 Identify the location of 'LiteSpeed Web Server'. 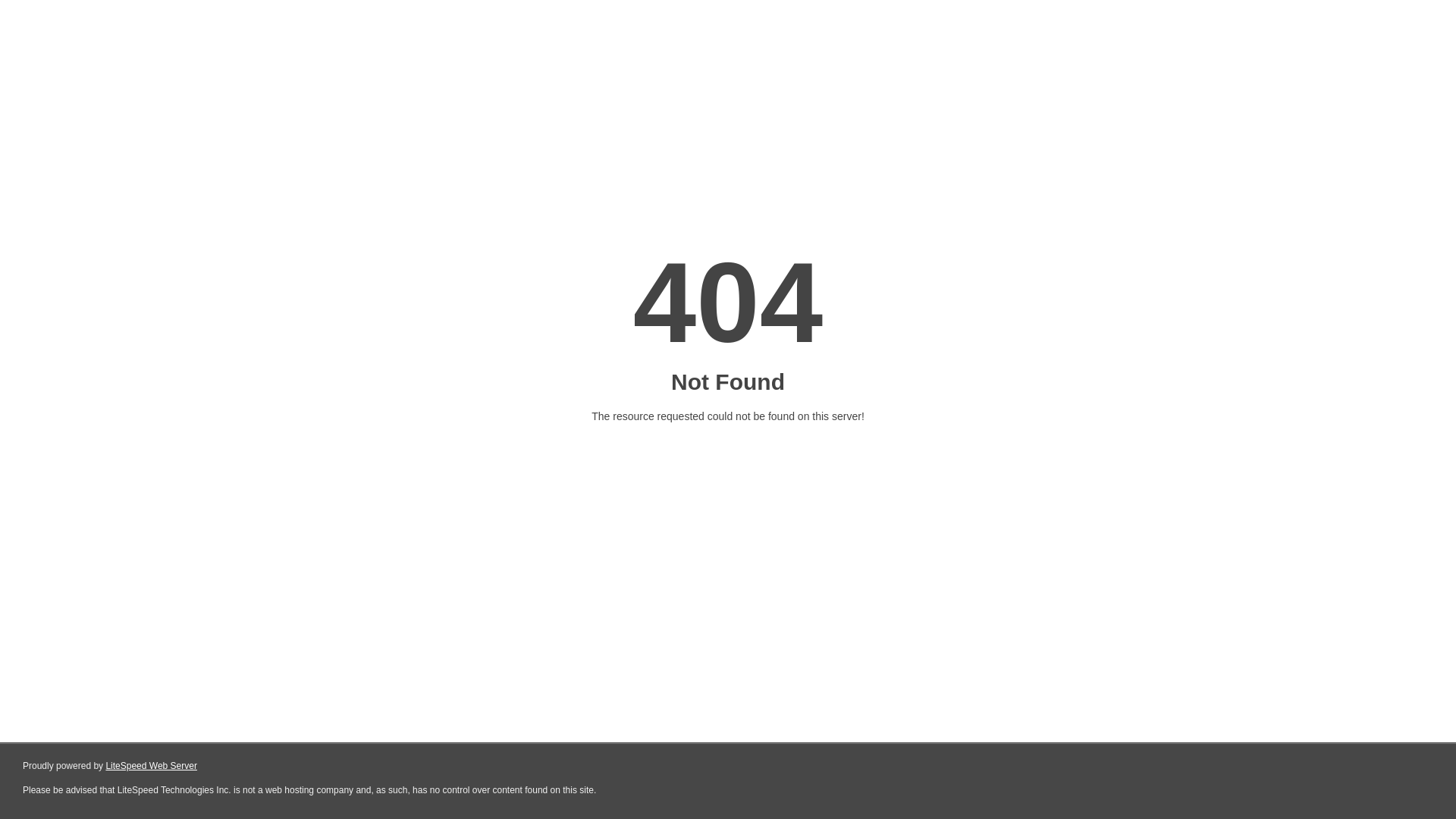
(151, 766).